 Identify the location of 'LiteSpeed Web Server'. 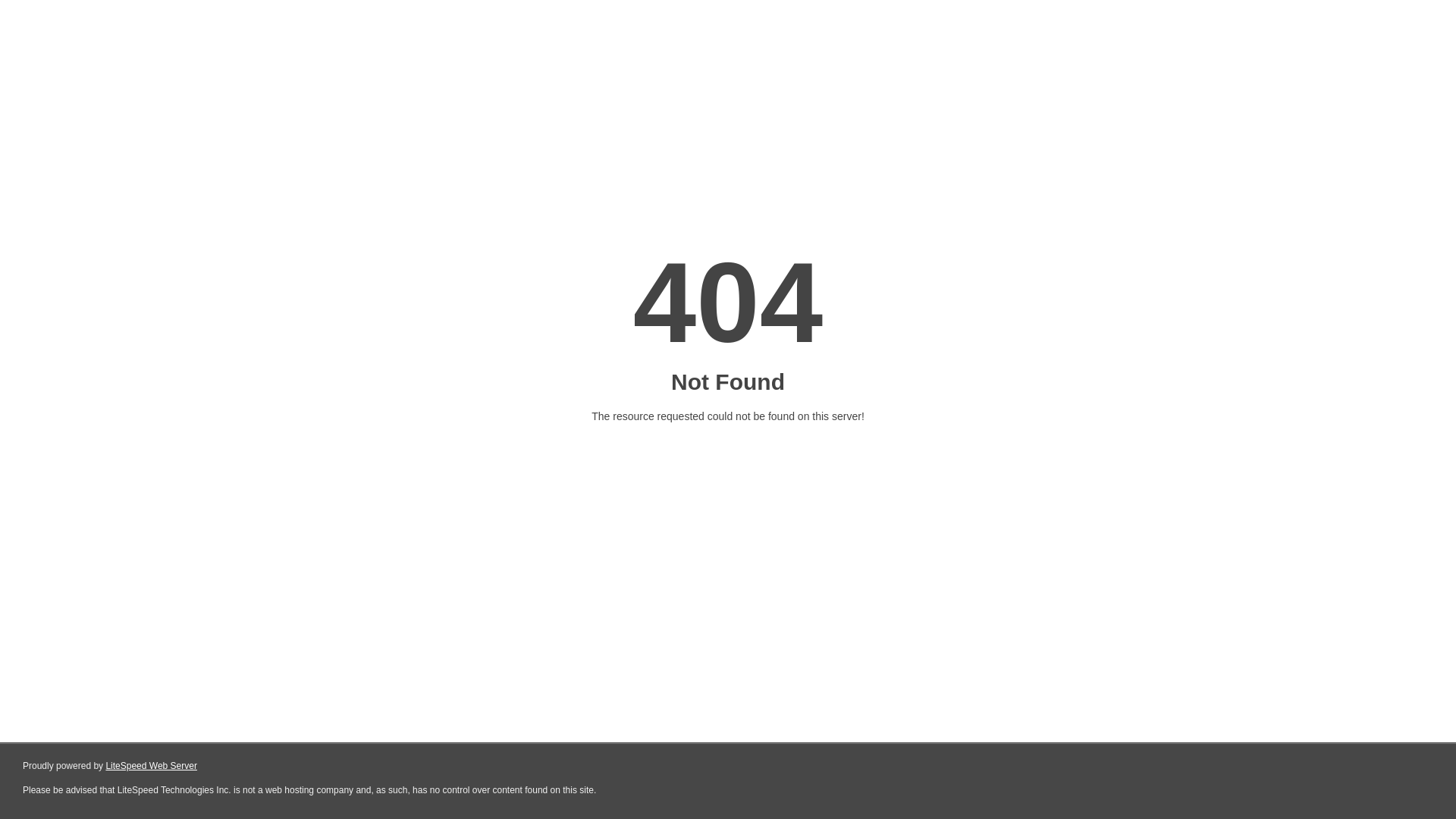
(151, 766).